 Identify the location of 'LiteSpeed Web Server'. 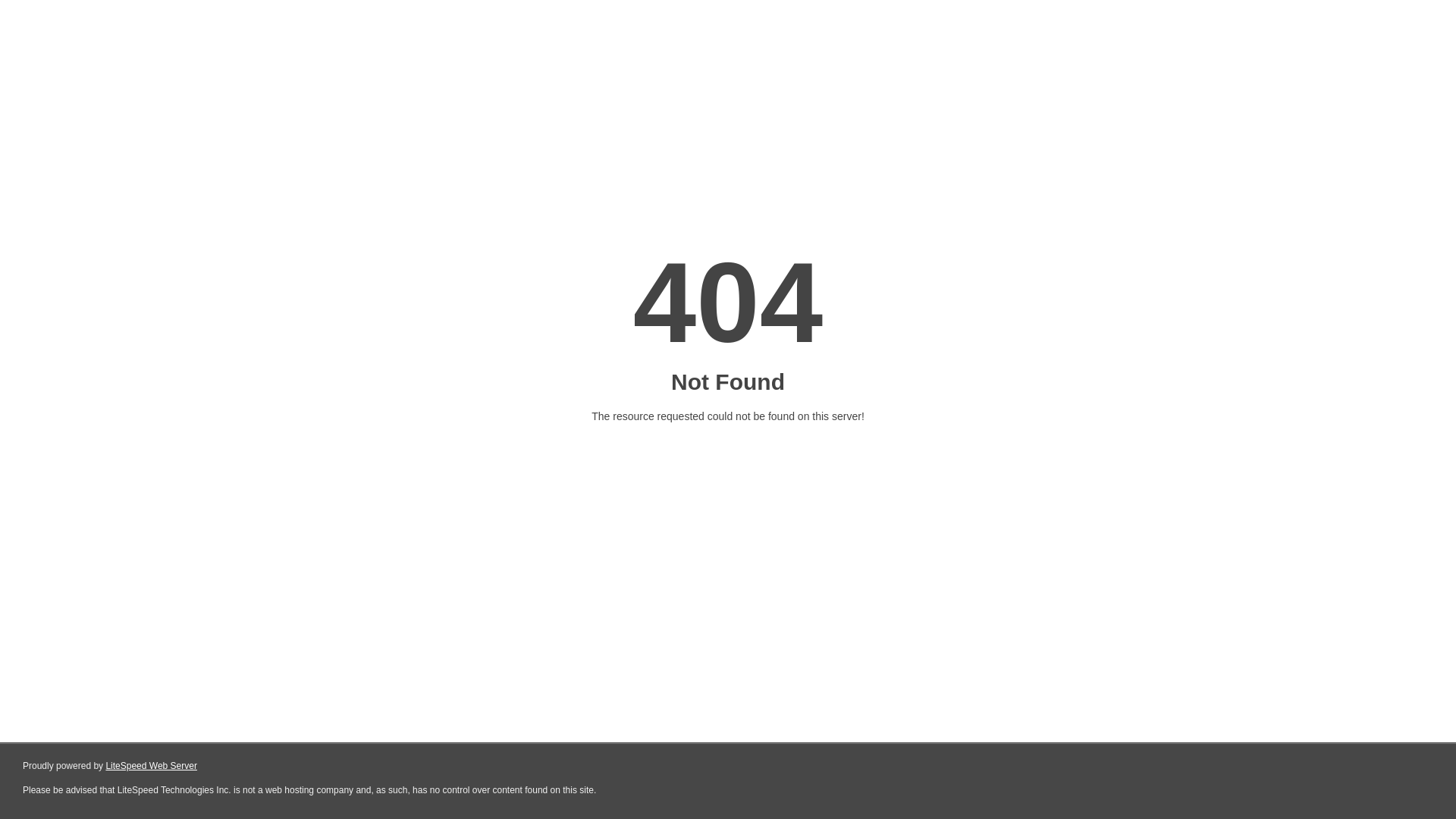
(151, 766).